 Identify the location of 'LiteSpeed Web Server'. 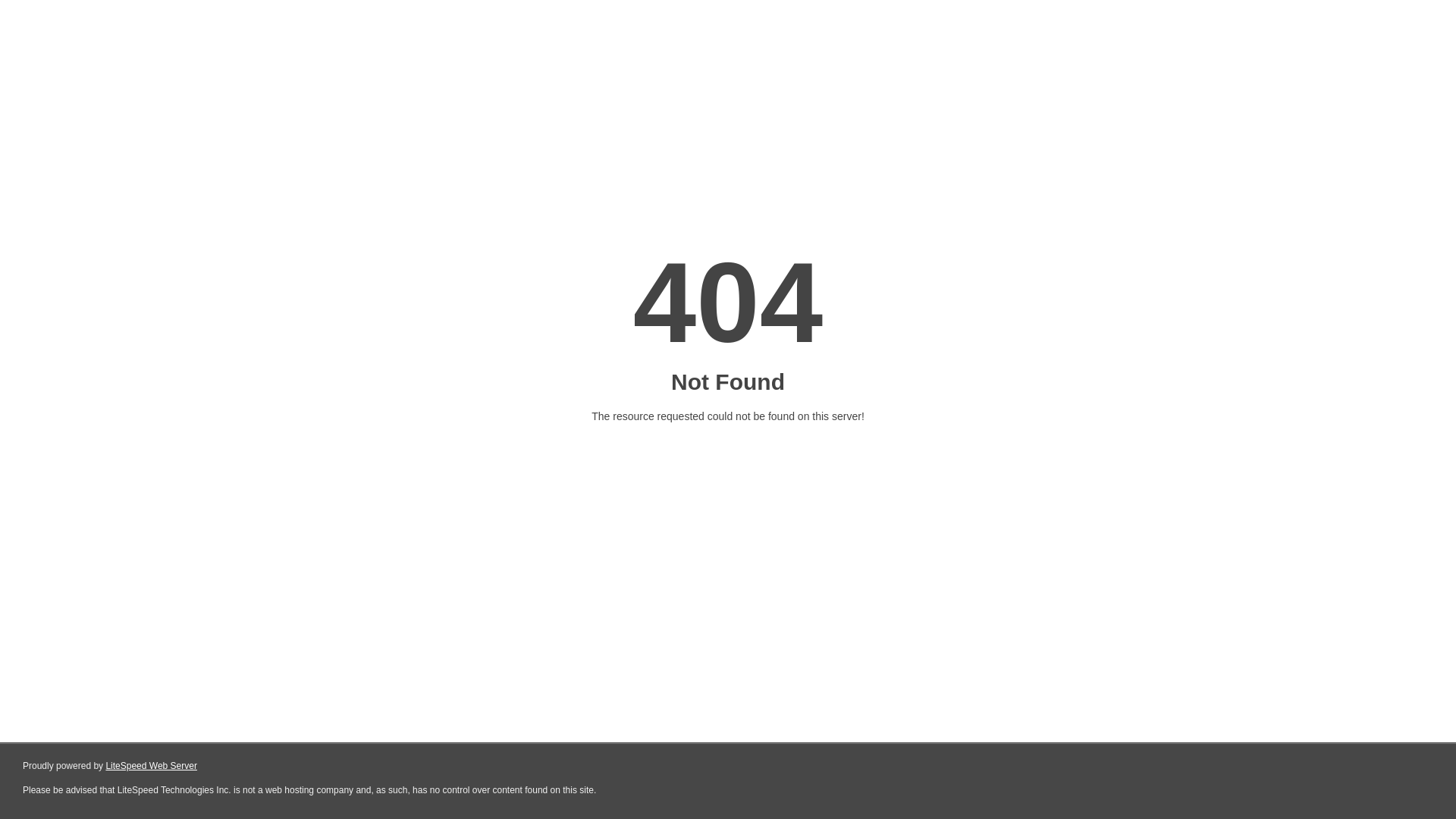
(151, 766).